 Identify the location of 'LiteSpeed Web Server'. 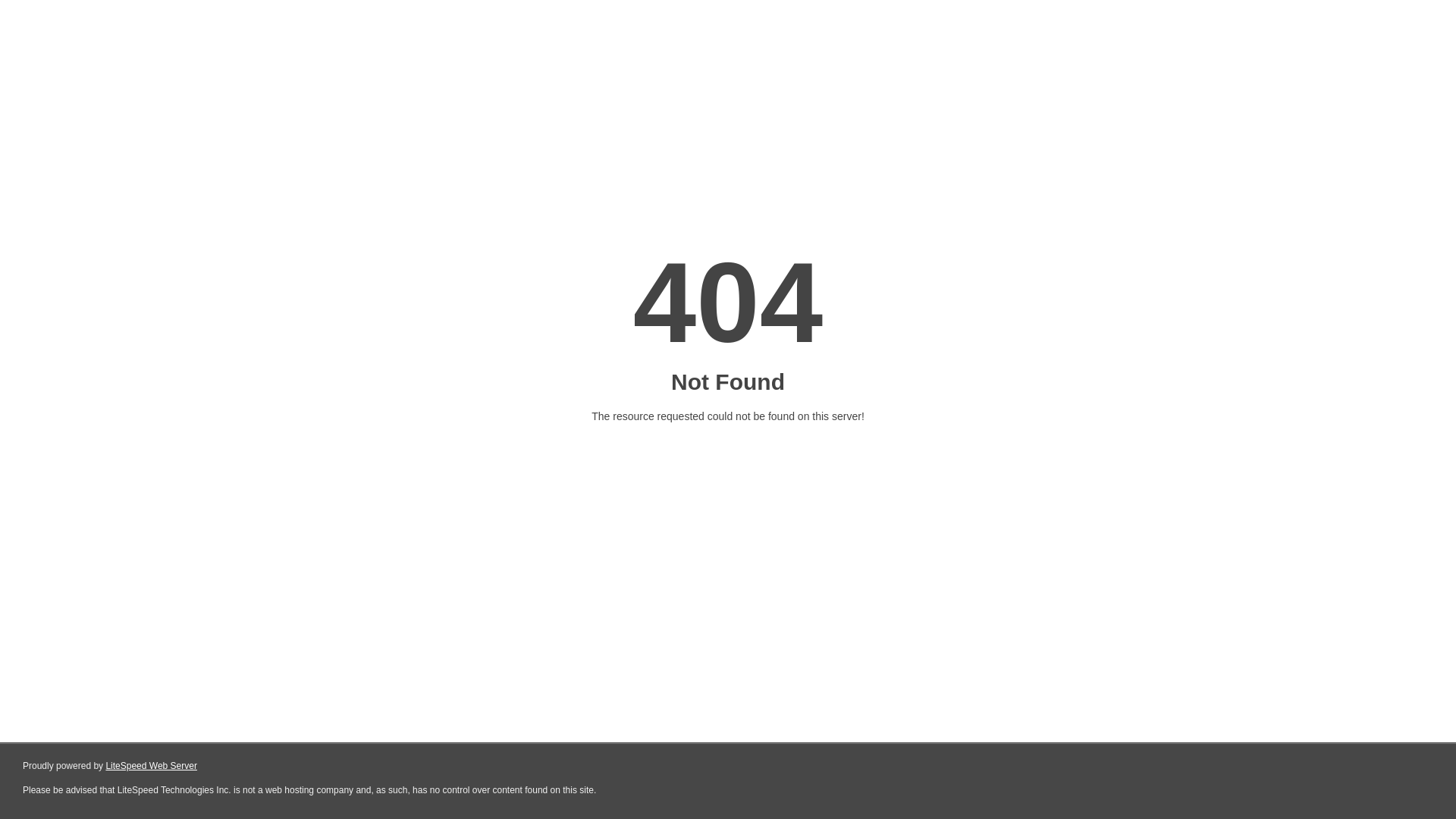
(151, 766).